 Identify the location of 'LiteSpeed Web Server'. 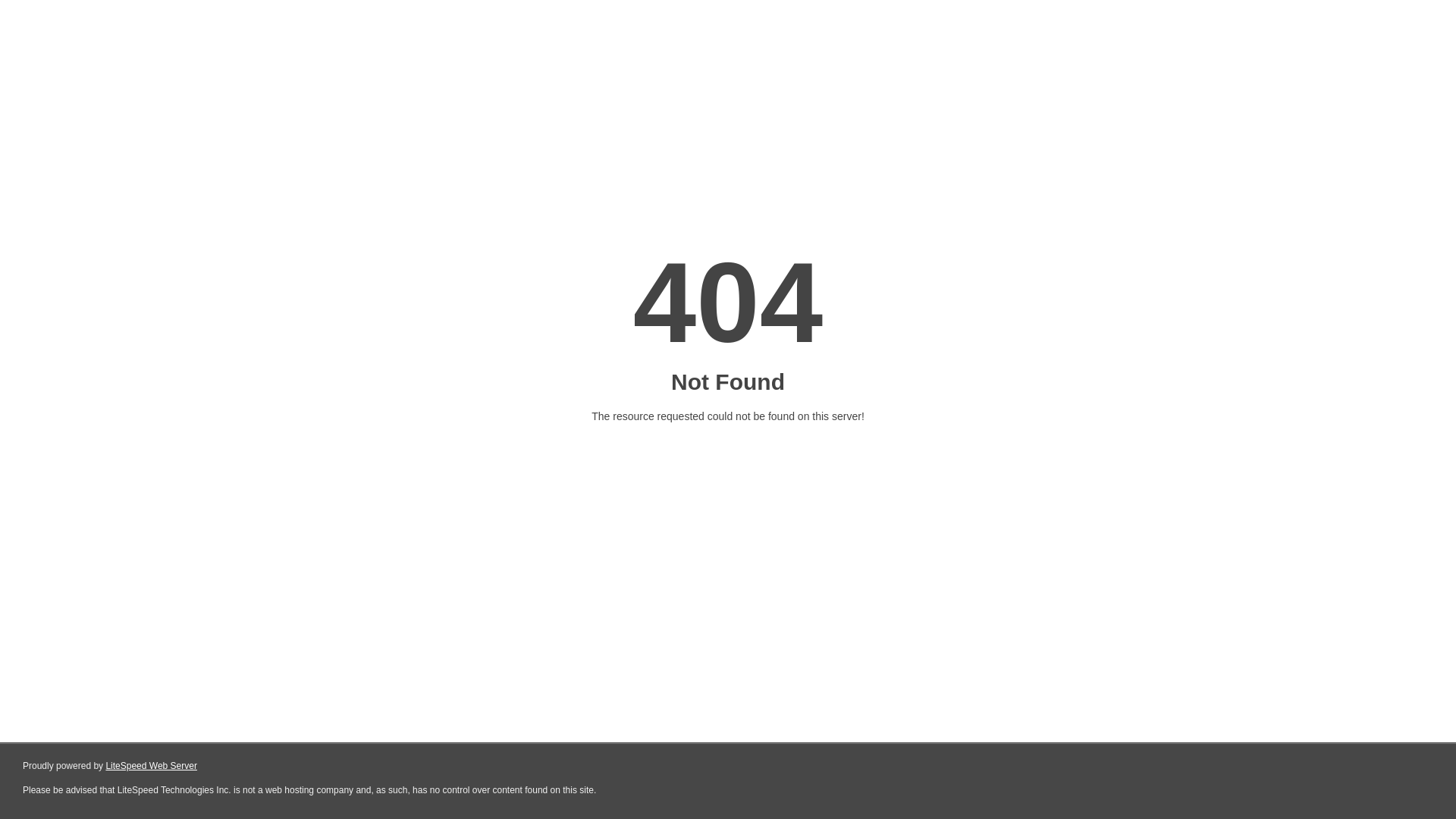
(151, 766).